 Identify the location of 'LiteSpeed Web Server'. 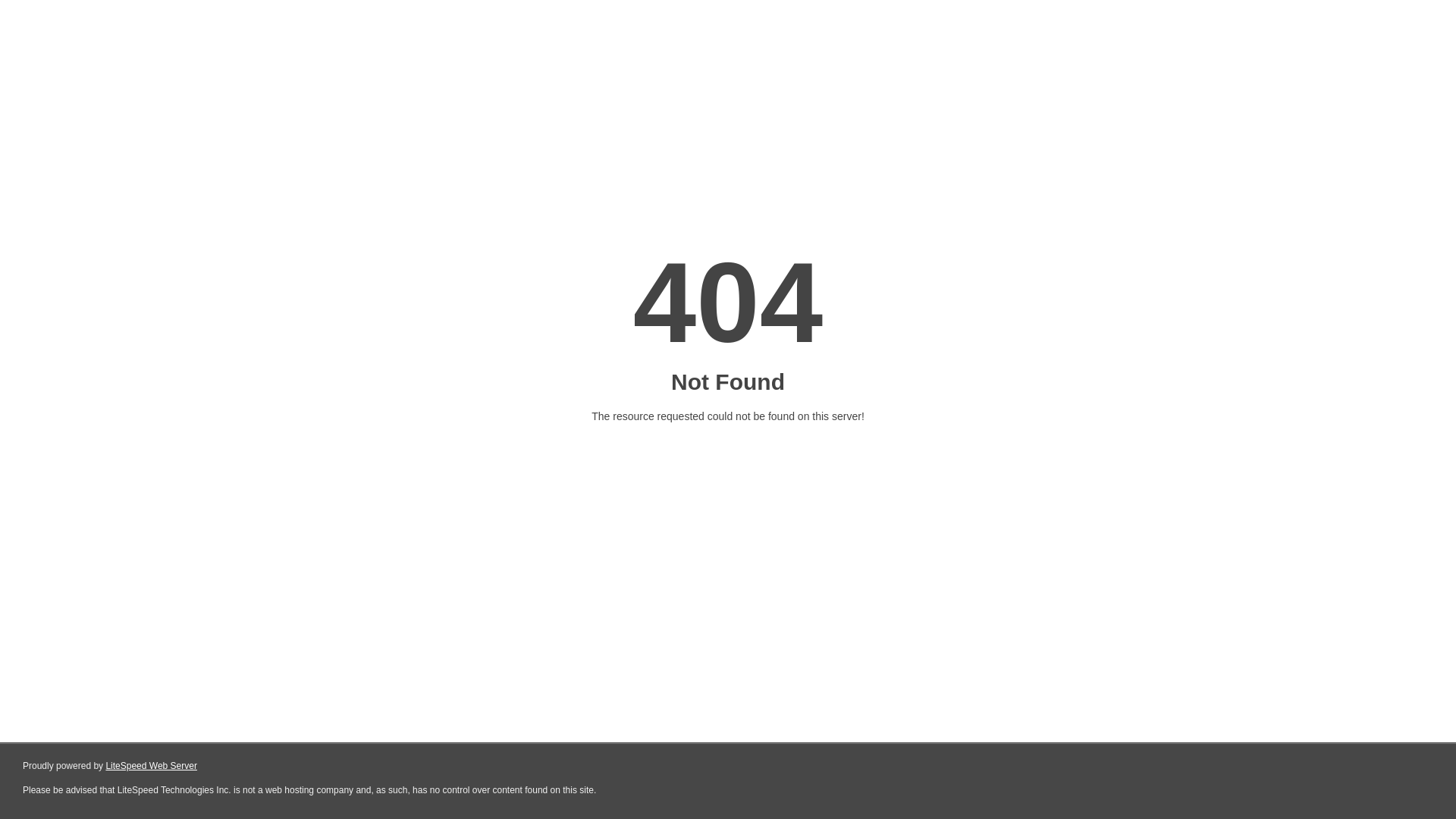
(151, 766).